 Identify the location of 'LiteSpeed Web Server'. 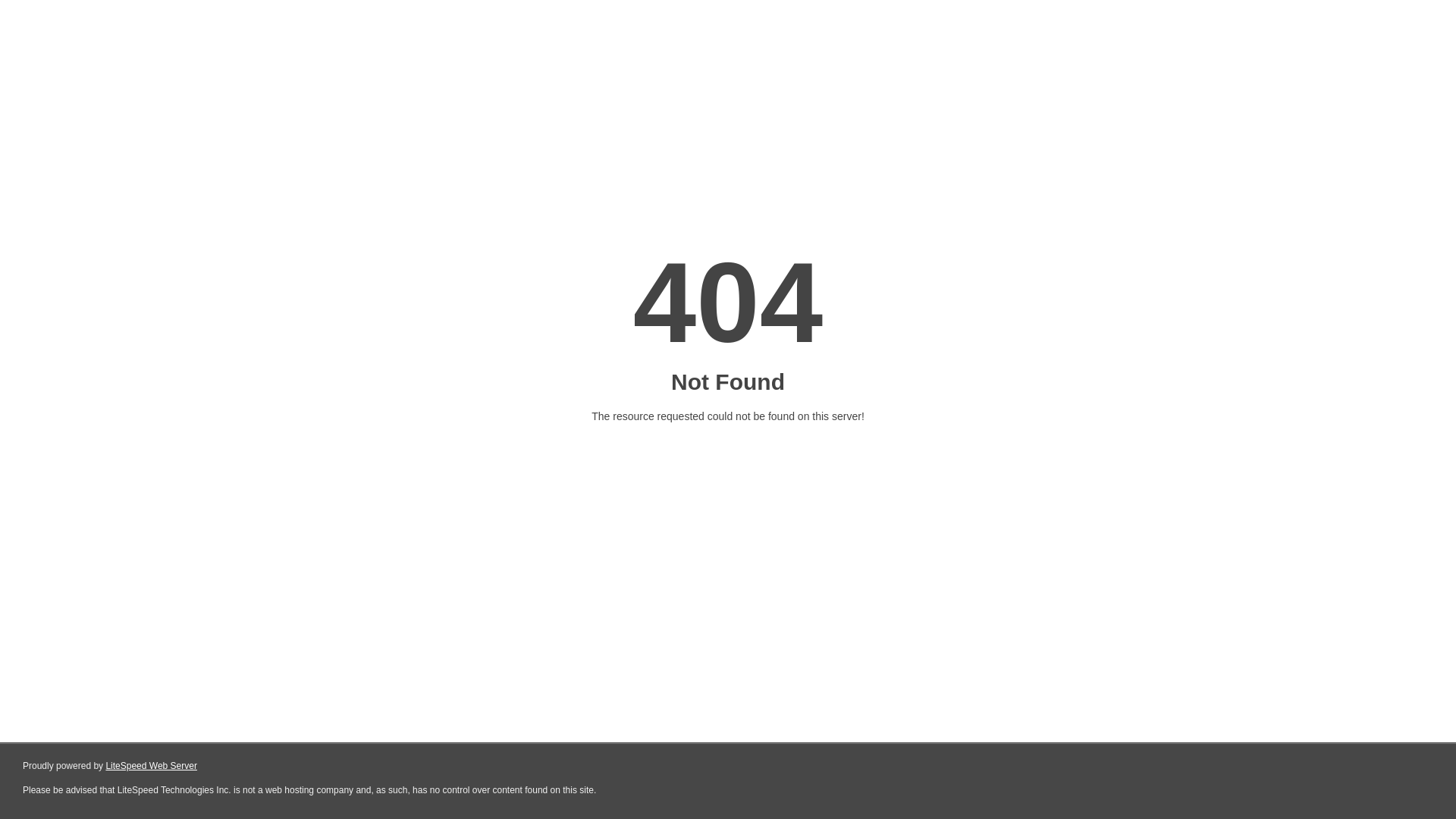
(151, 766).